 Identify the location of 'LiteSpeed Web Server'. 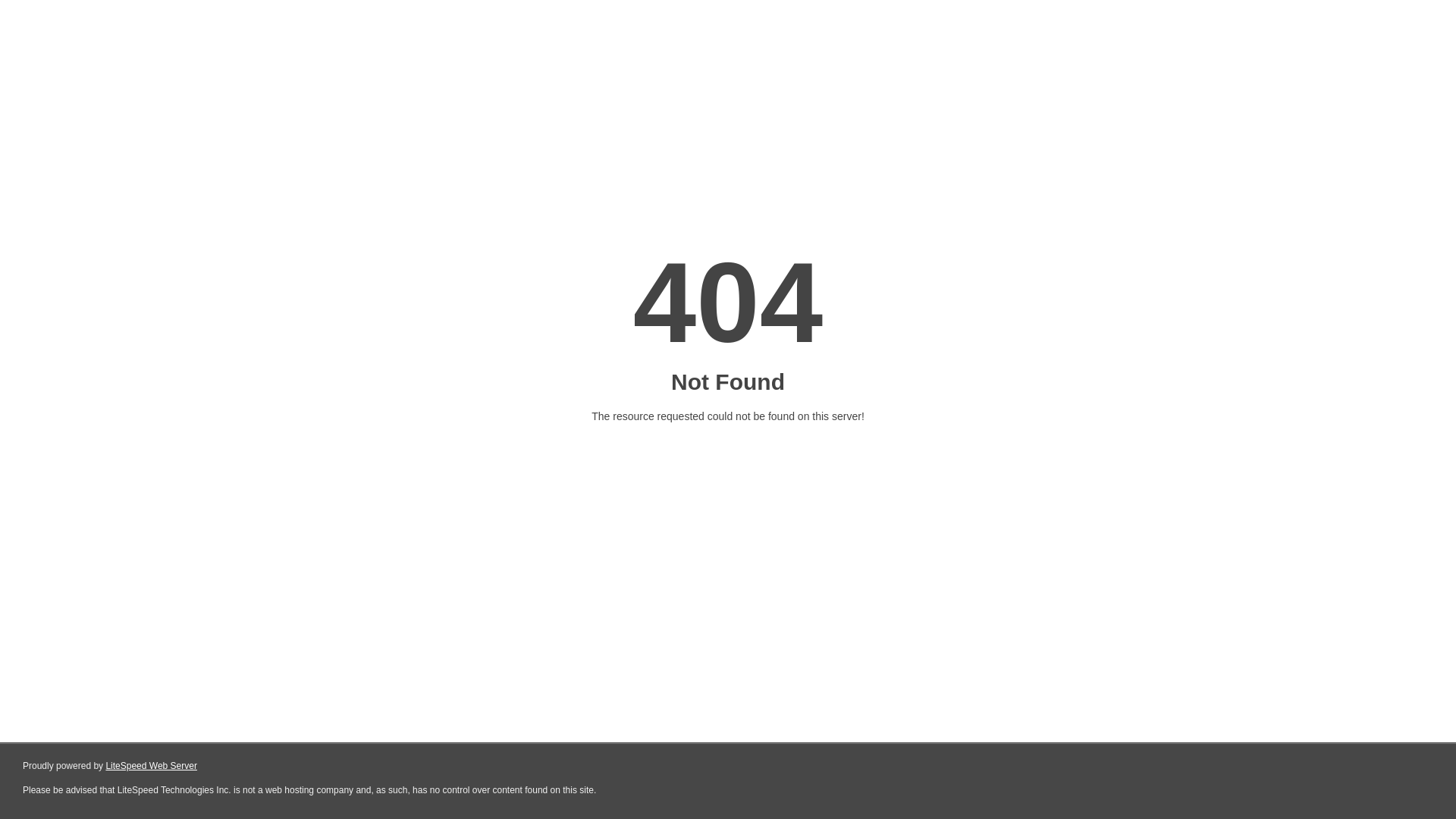
(151, 766).